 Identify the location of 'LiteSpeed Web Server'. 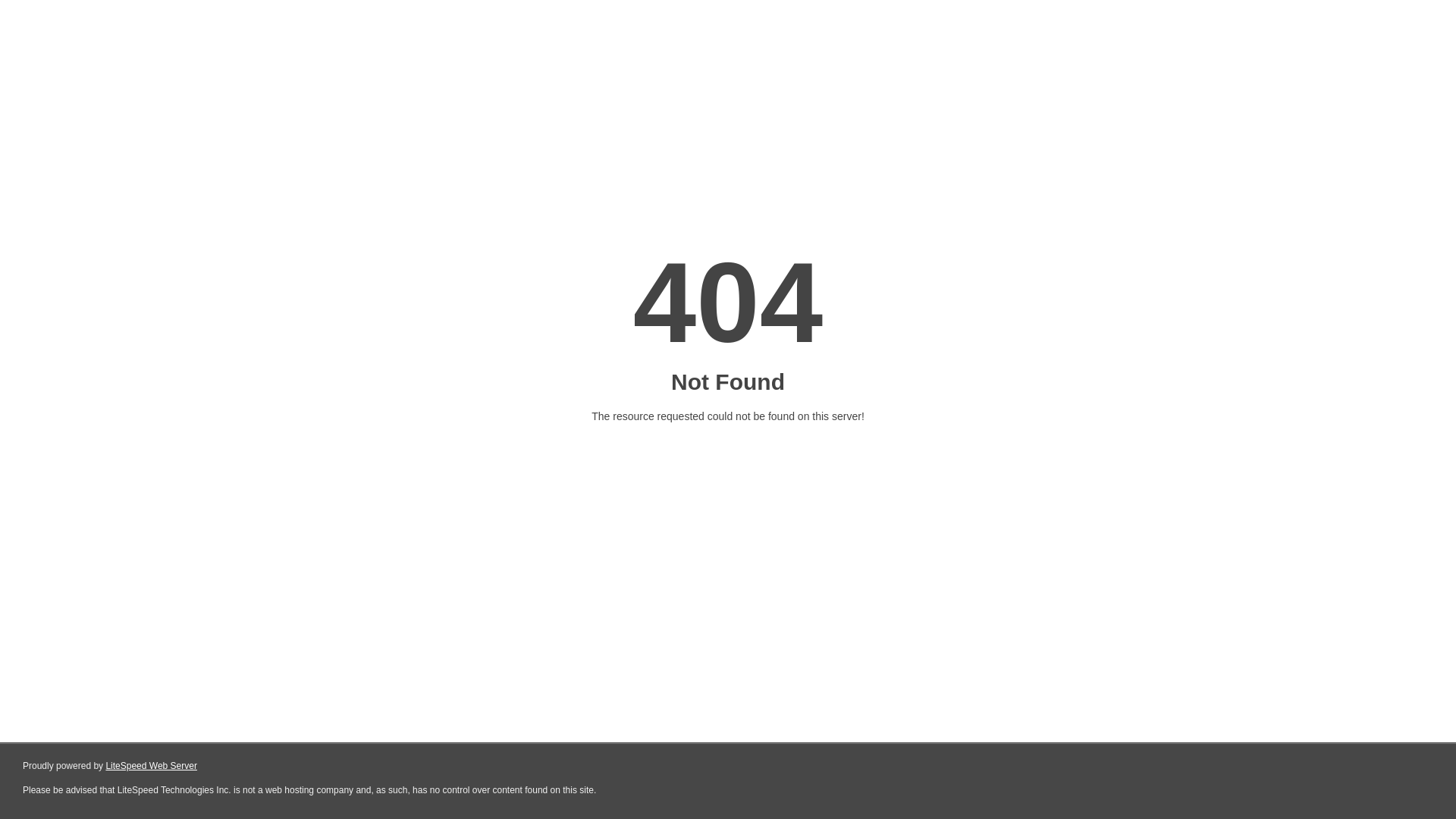
(151, 766).